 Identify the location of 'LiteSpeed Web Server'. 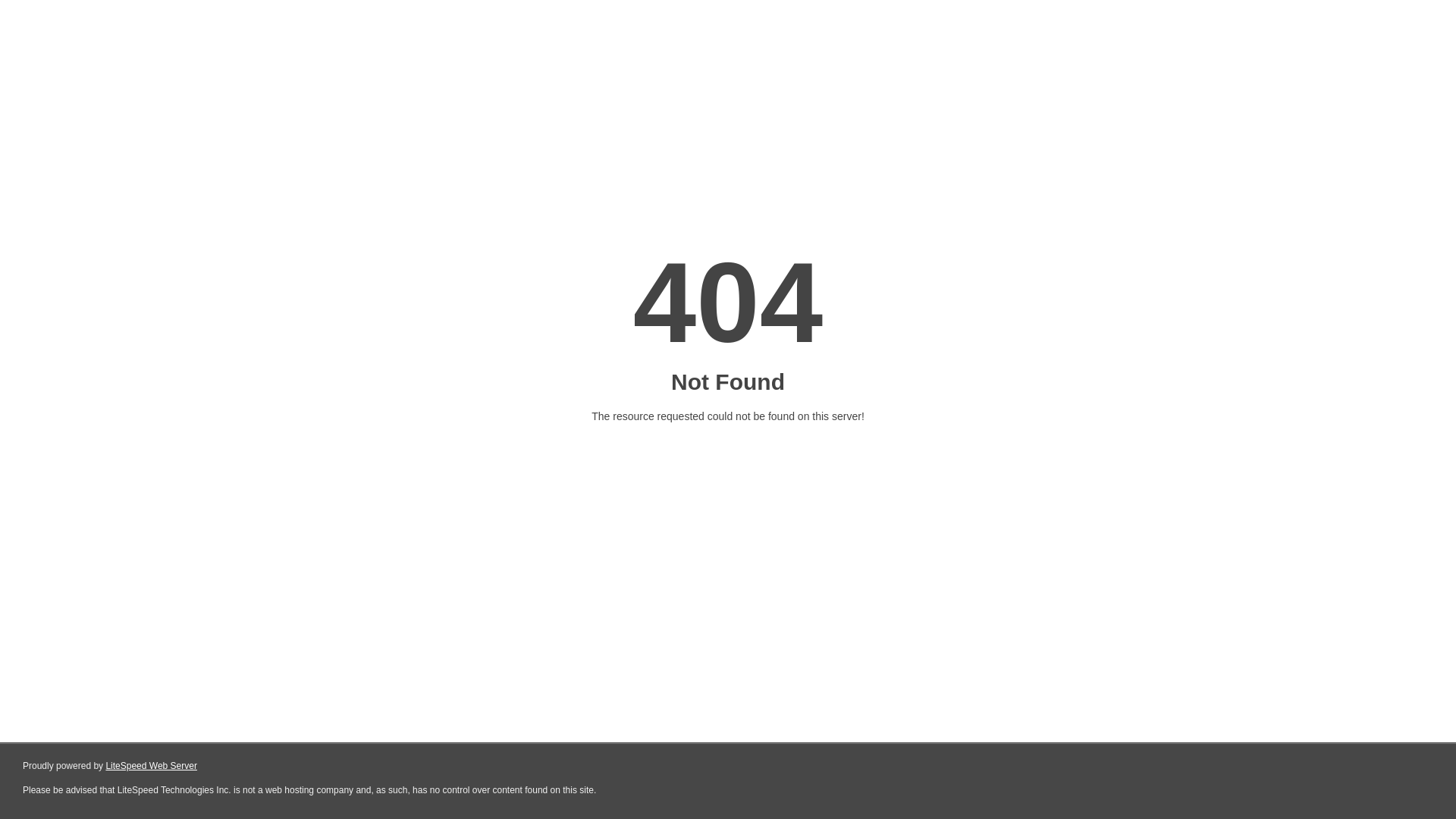
(151, 766).